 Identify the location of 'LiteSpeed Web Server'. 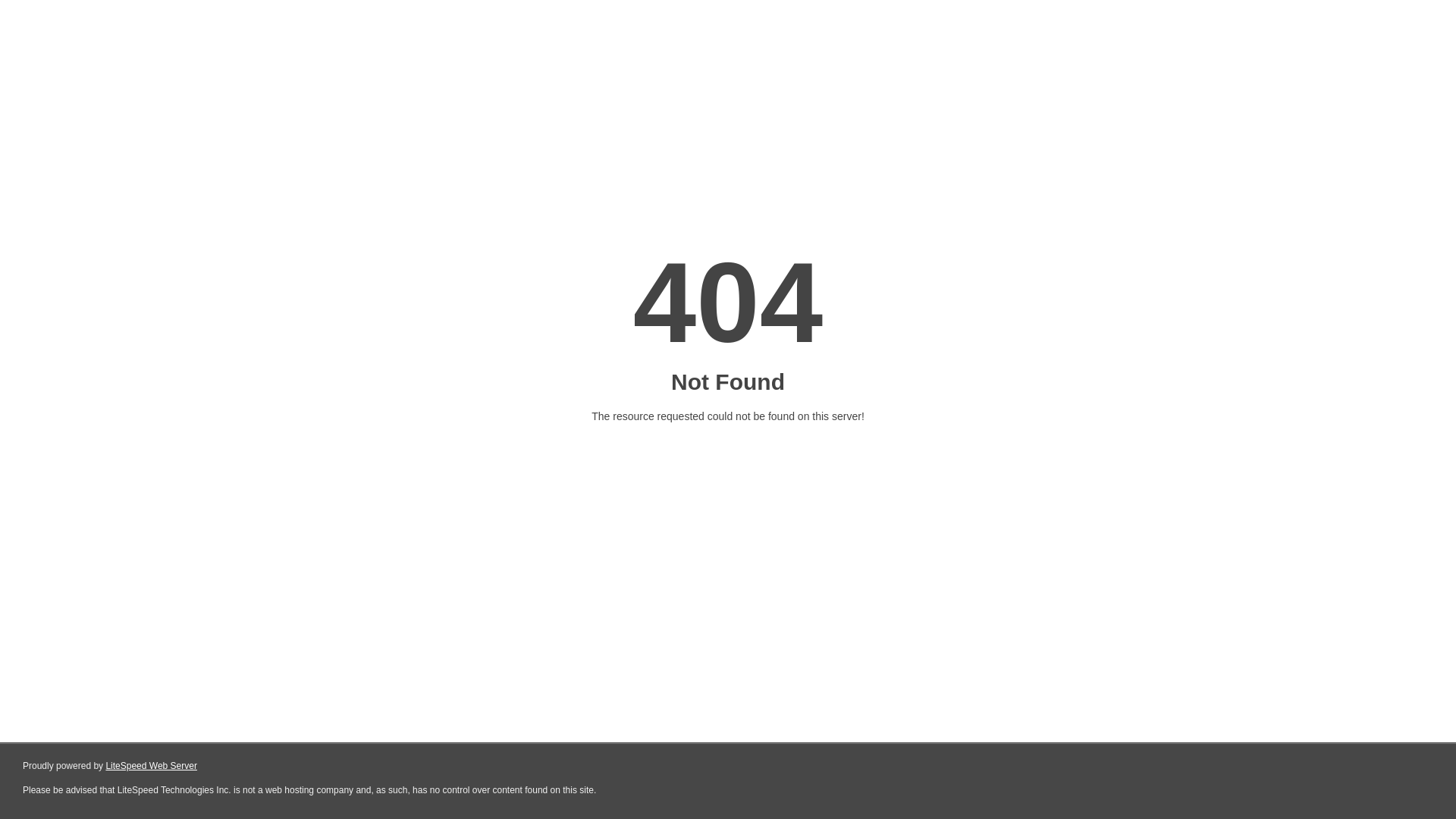
(151, 766).